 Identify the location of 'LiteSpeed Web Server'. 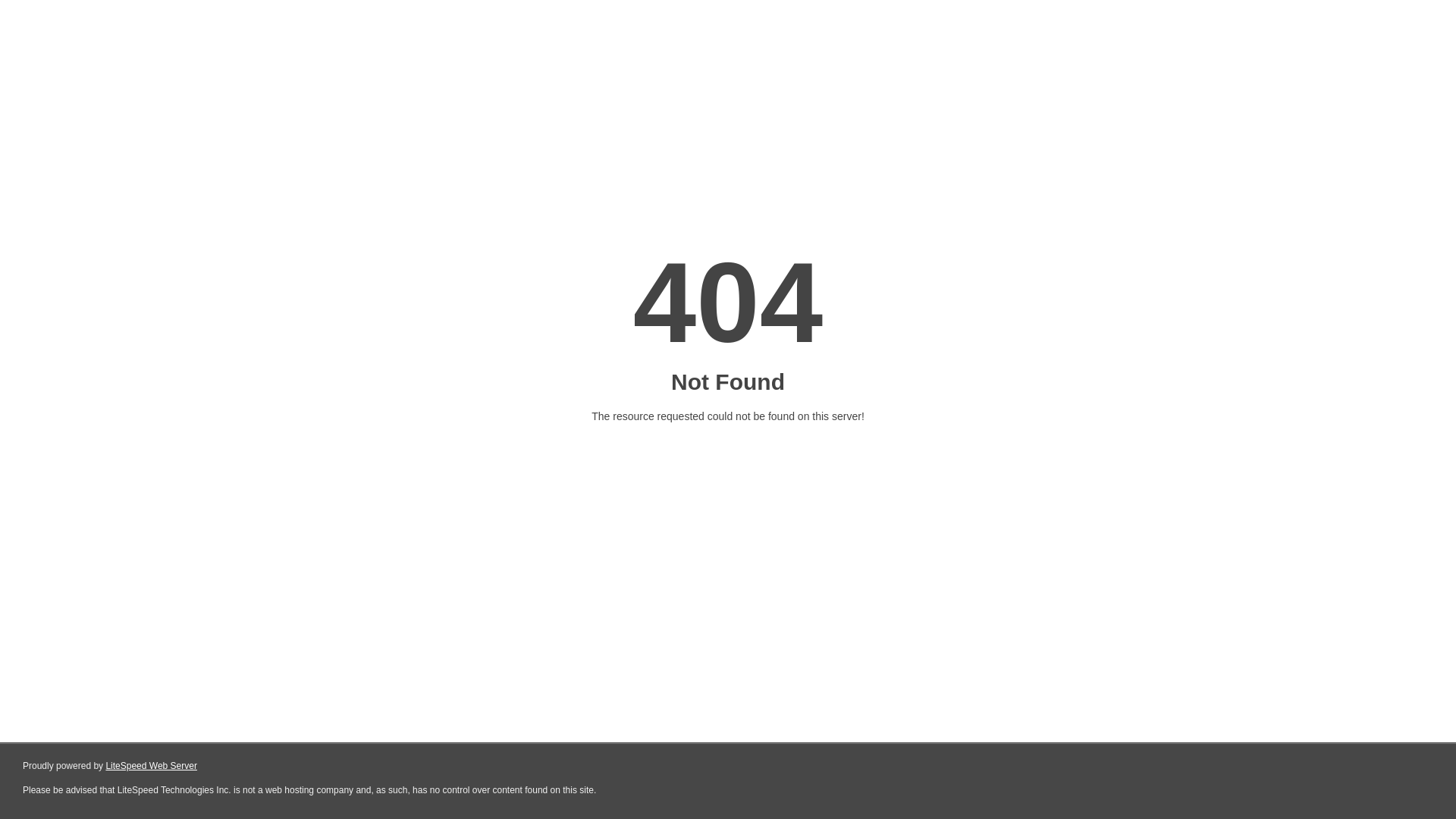
(151, 766).